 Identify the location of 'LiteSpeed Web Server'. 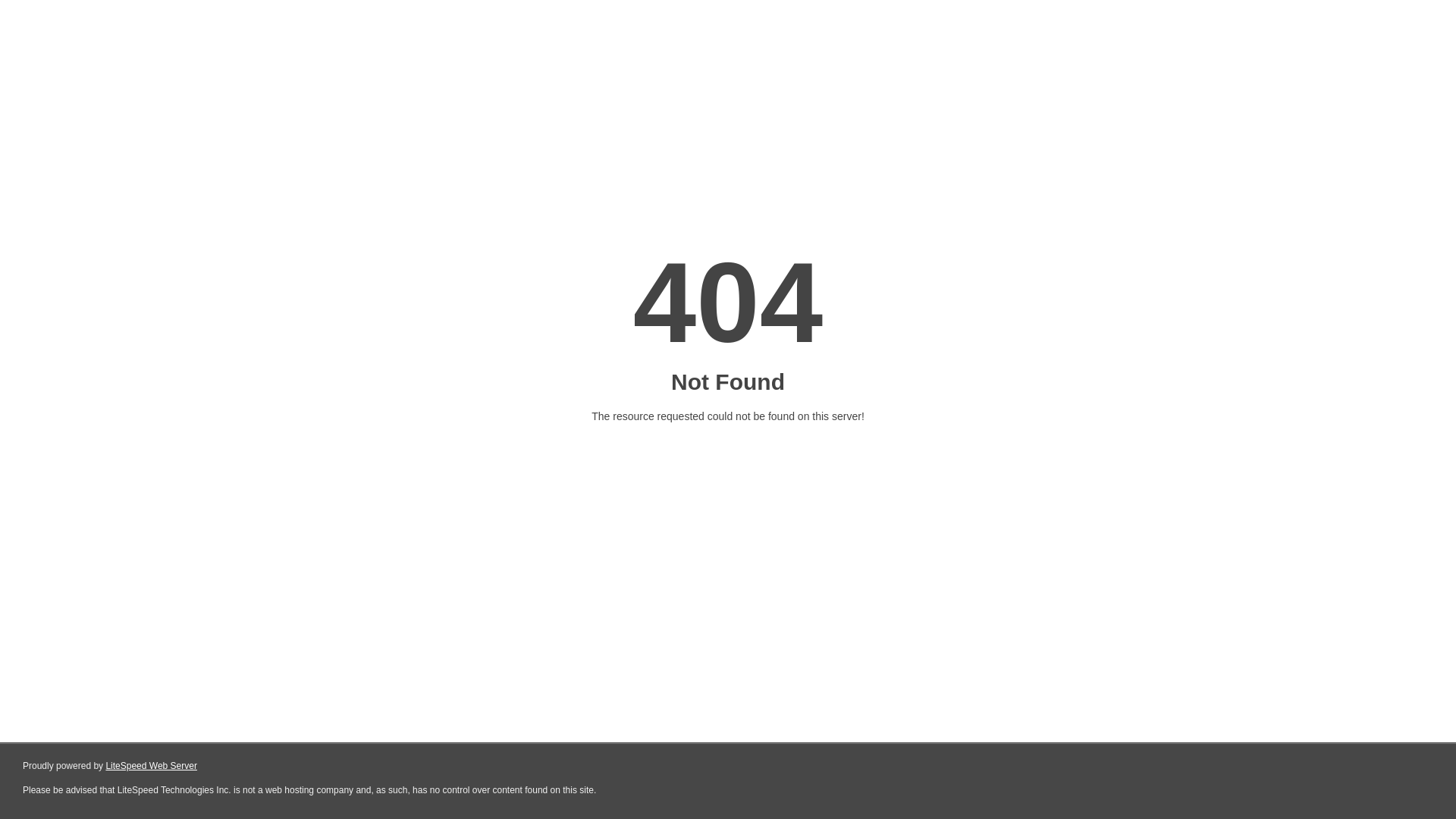
(151, 766).